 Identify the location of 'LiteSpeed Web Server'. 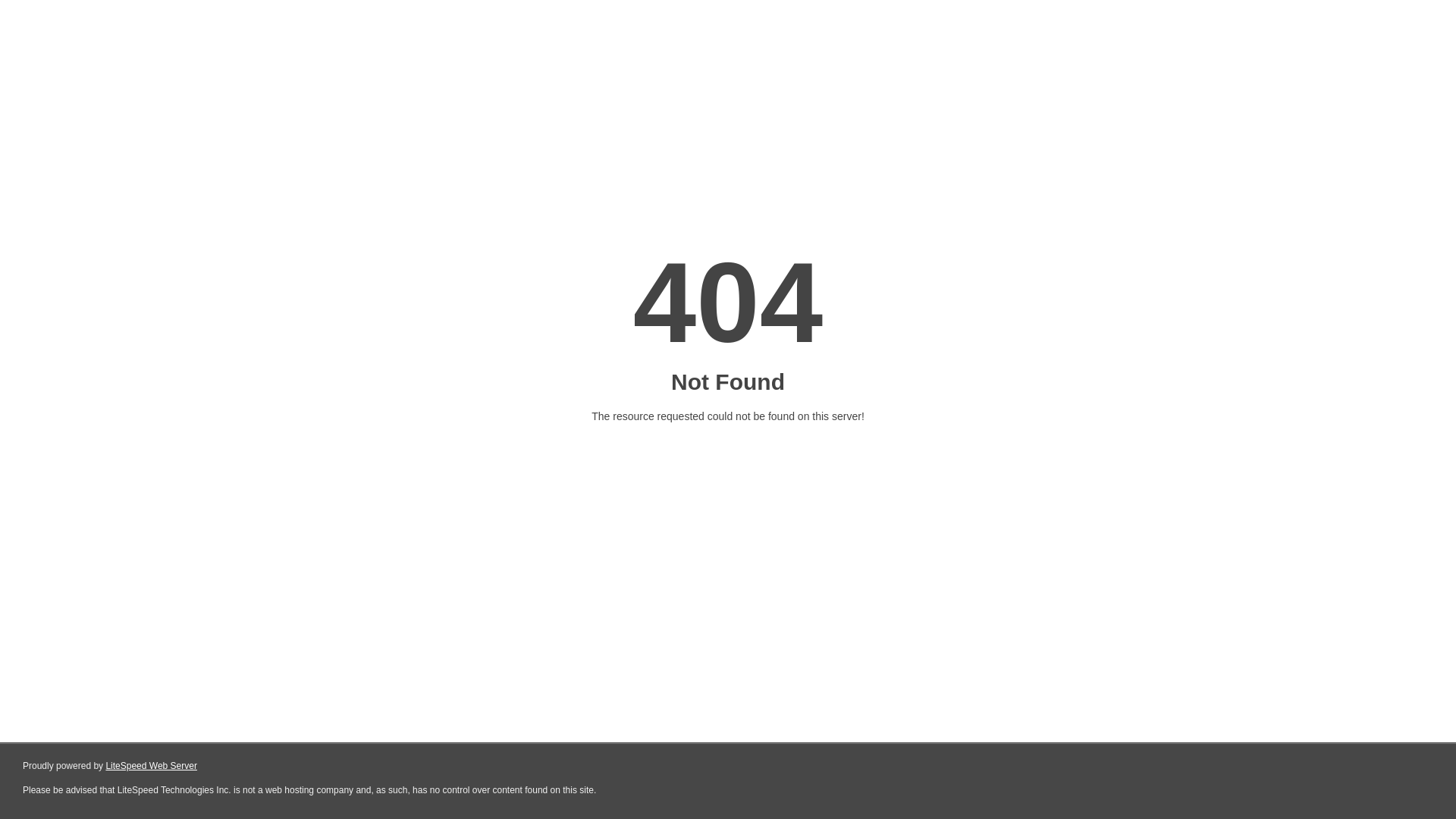
(151, 766).